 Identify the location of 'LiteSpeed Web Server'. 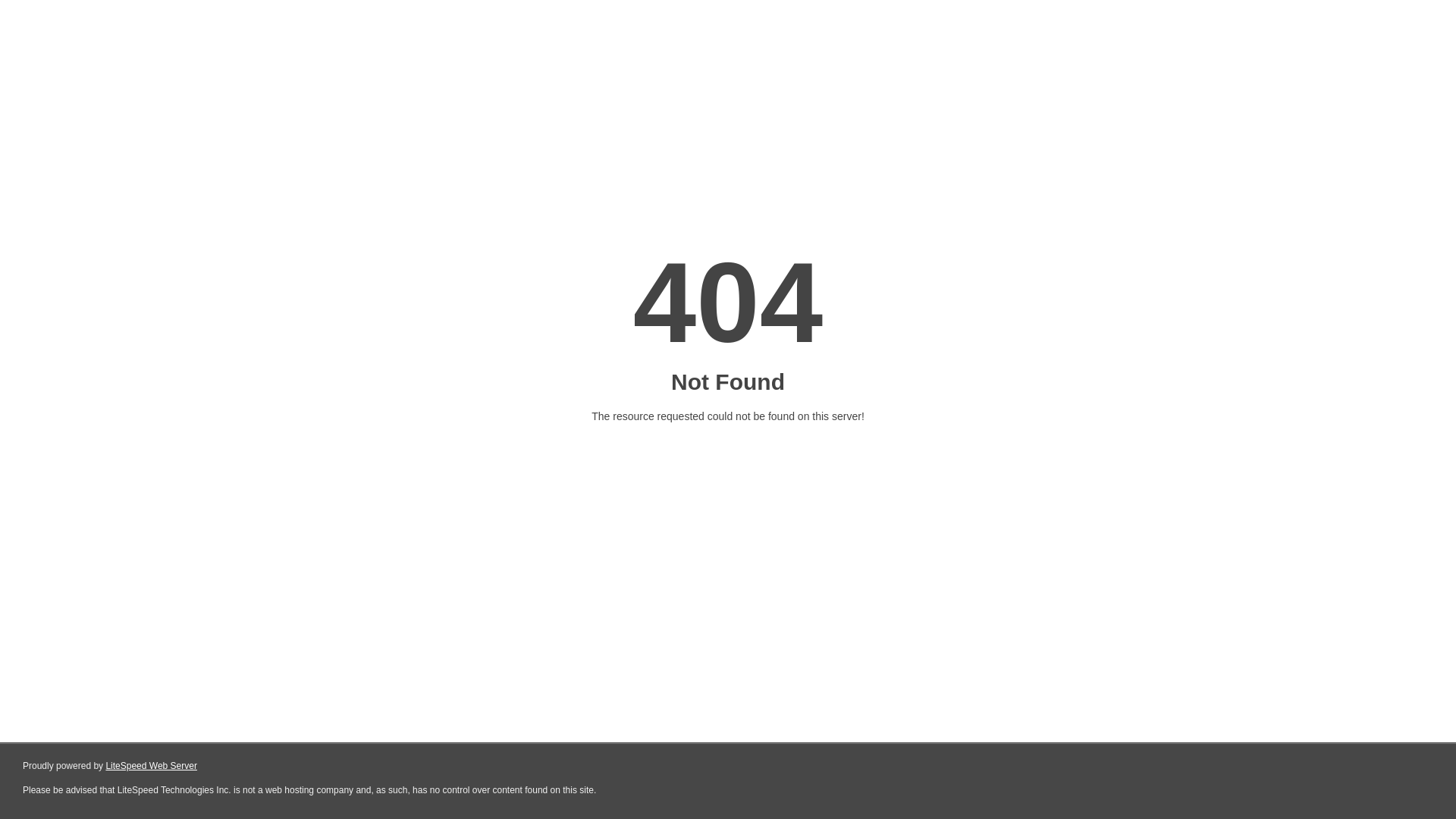
(151, 766).